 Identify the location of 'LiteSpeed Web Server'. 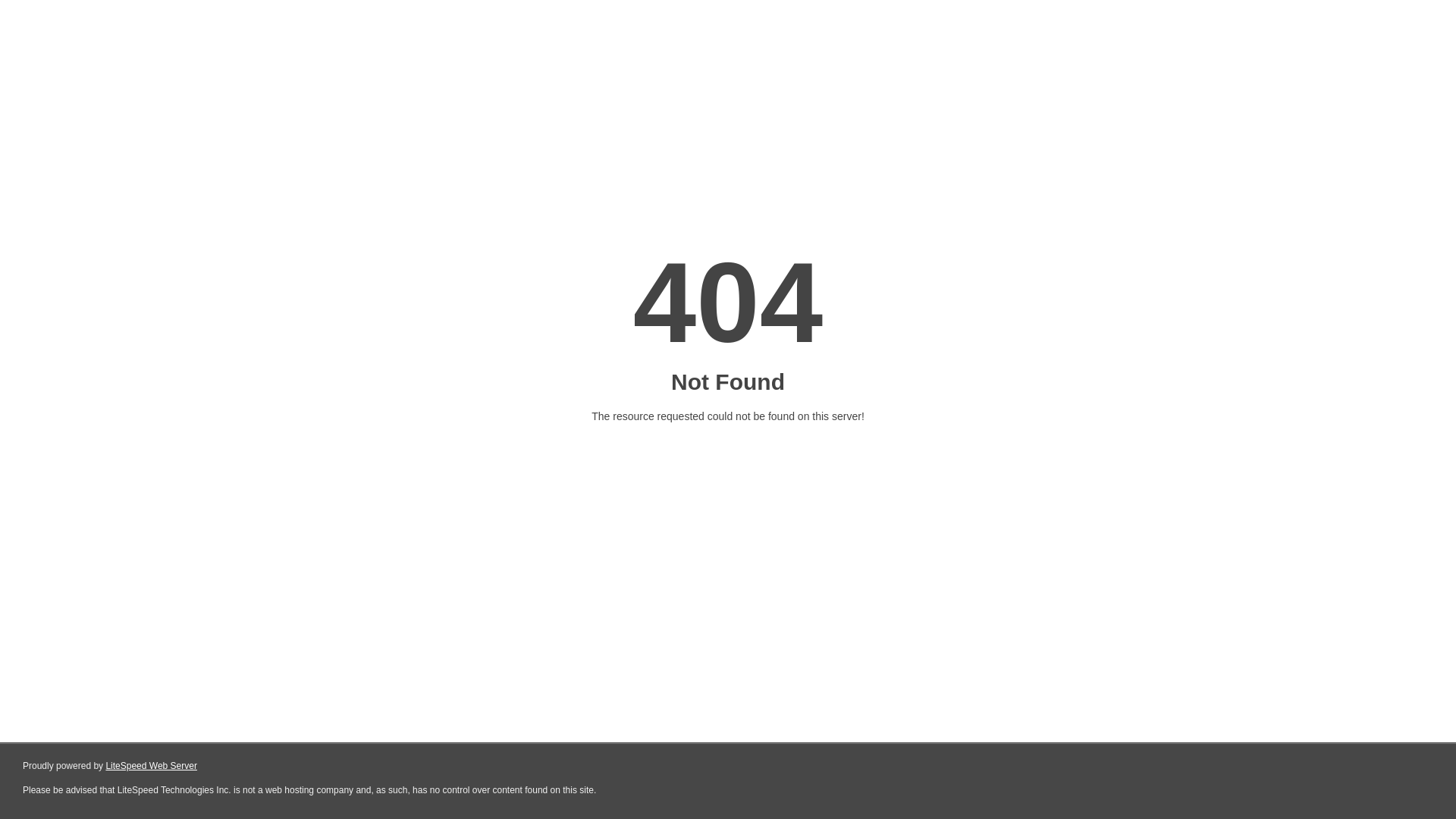
(151, 766).